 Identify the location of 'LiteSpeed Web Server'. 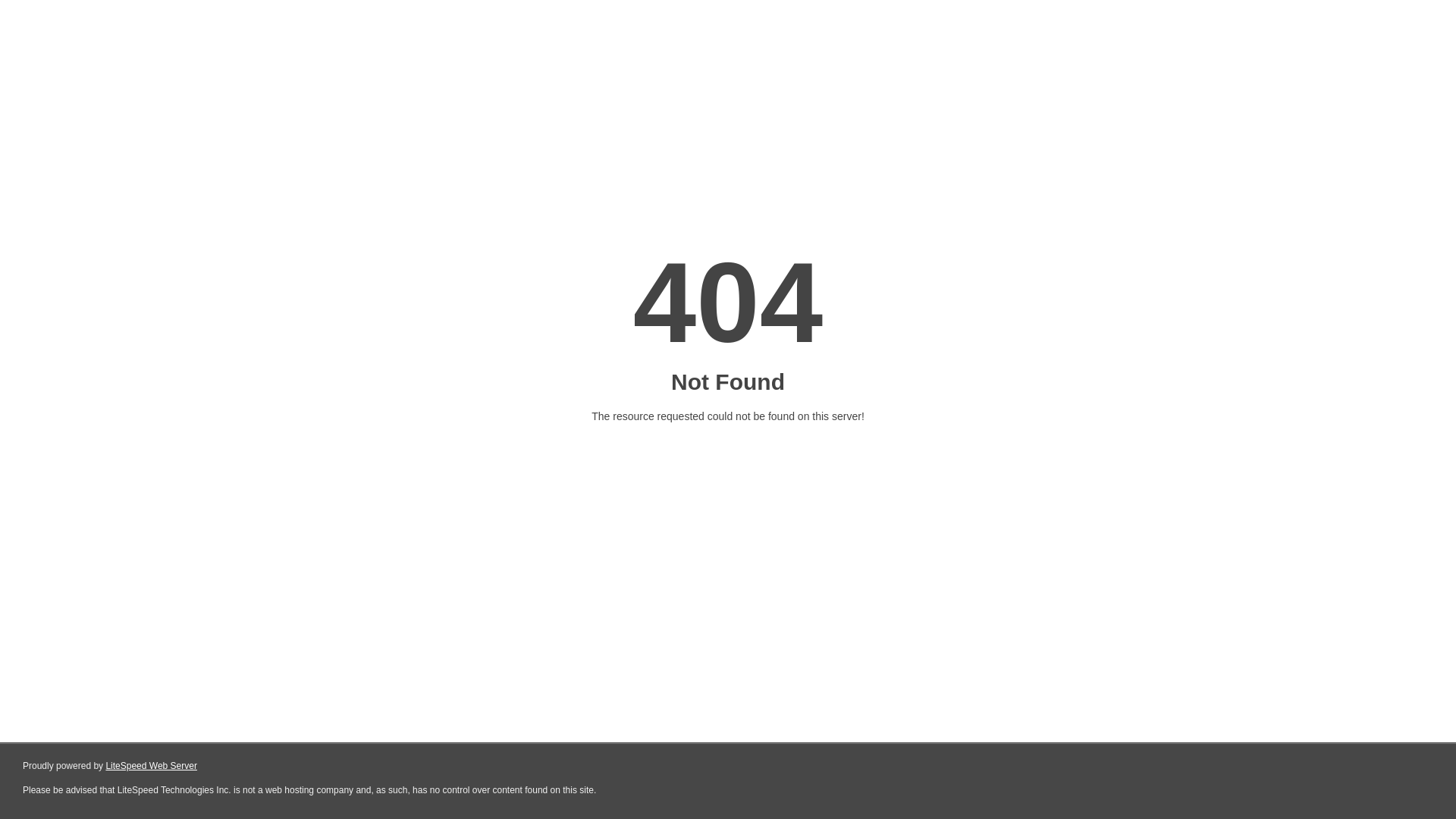
(151, 766).